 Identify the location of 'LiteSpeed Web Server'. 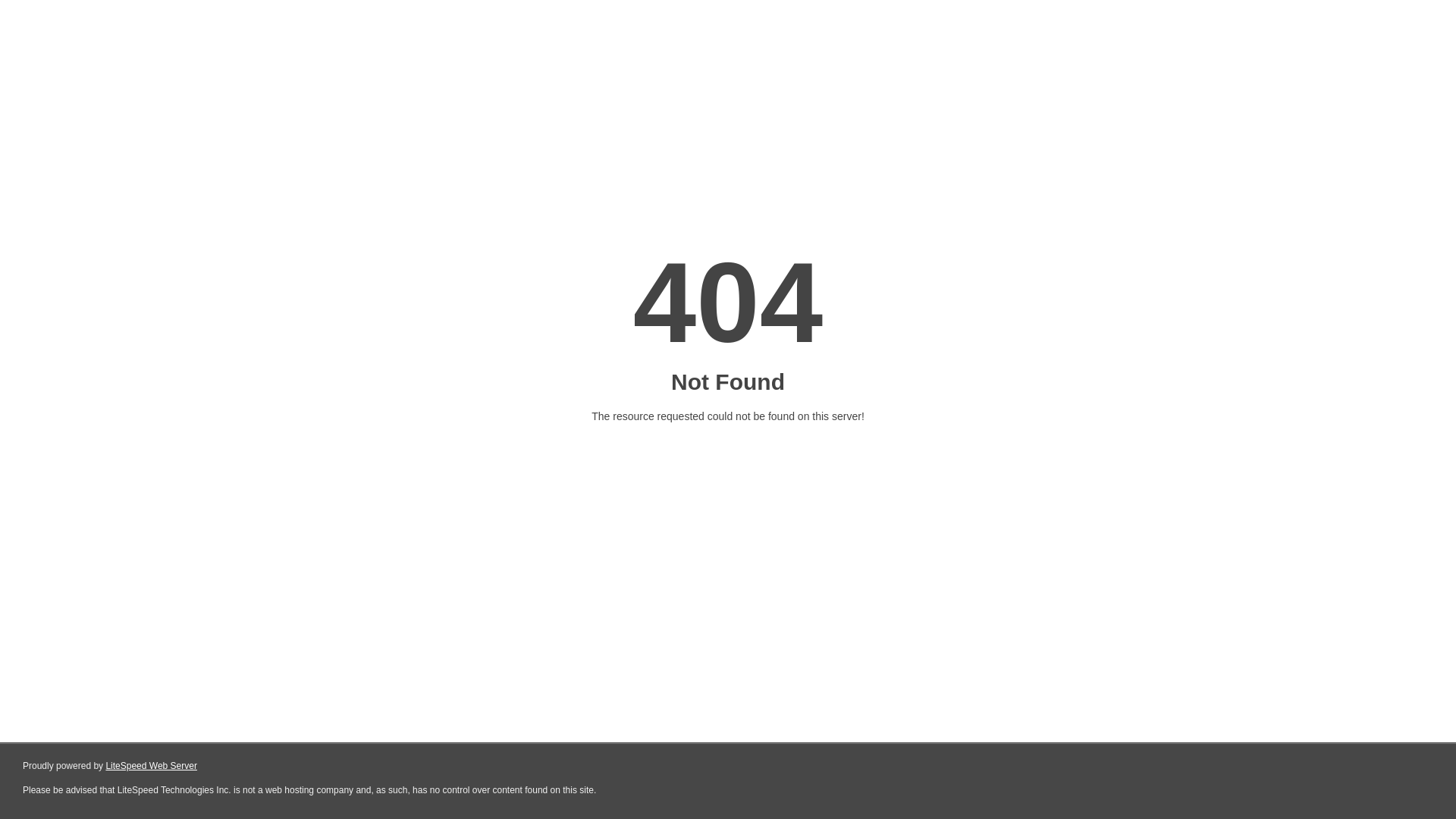
(151, 766).